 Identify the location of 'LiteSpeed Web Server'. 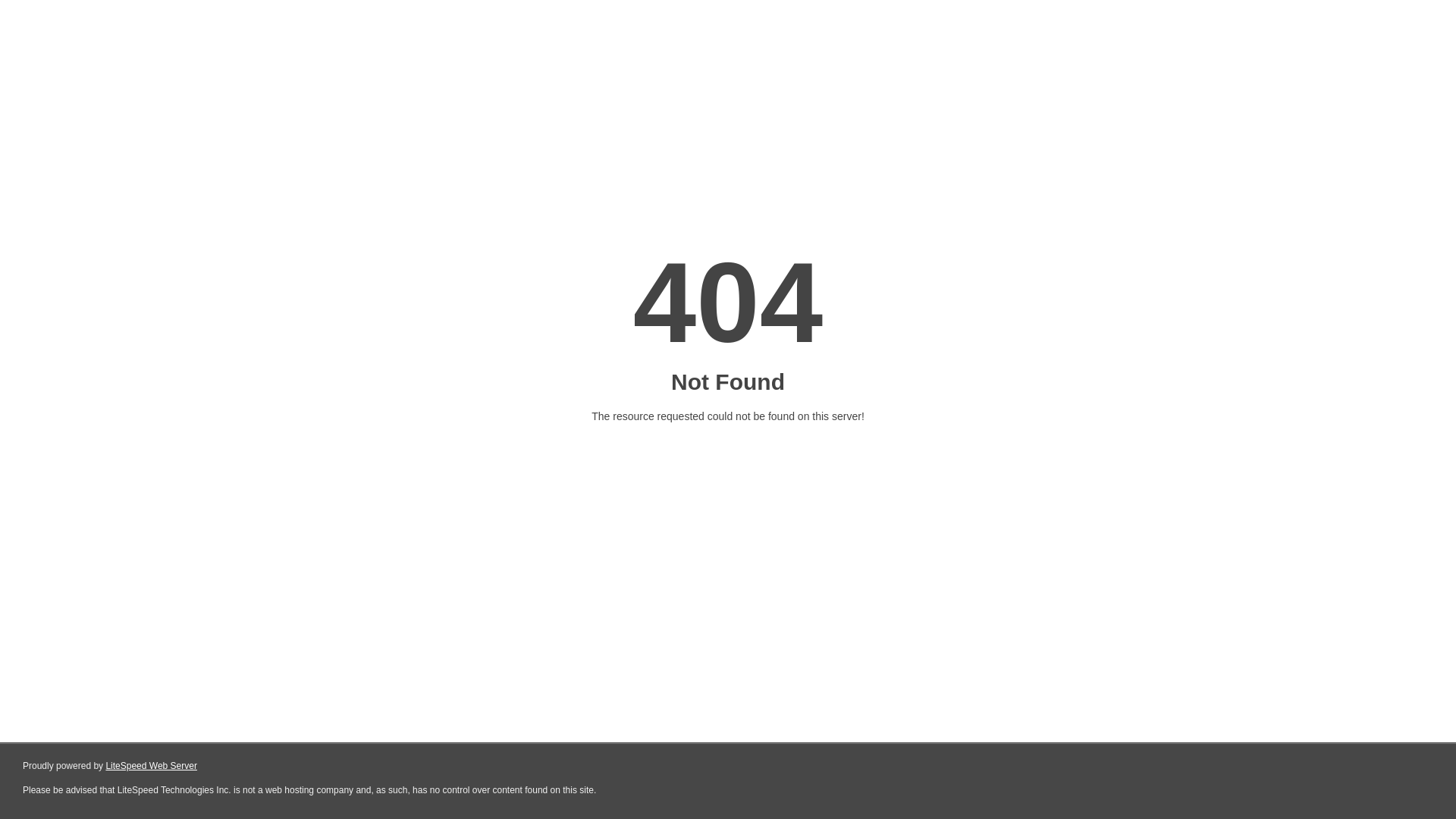
(151, 766).